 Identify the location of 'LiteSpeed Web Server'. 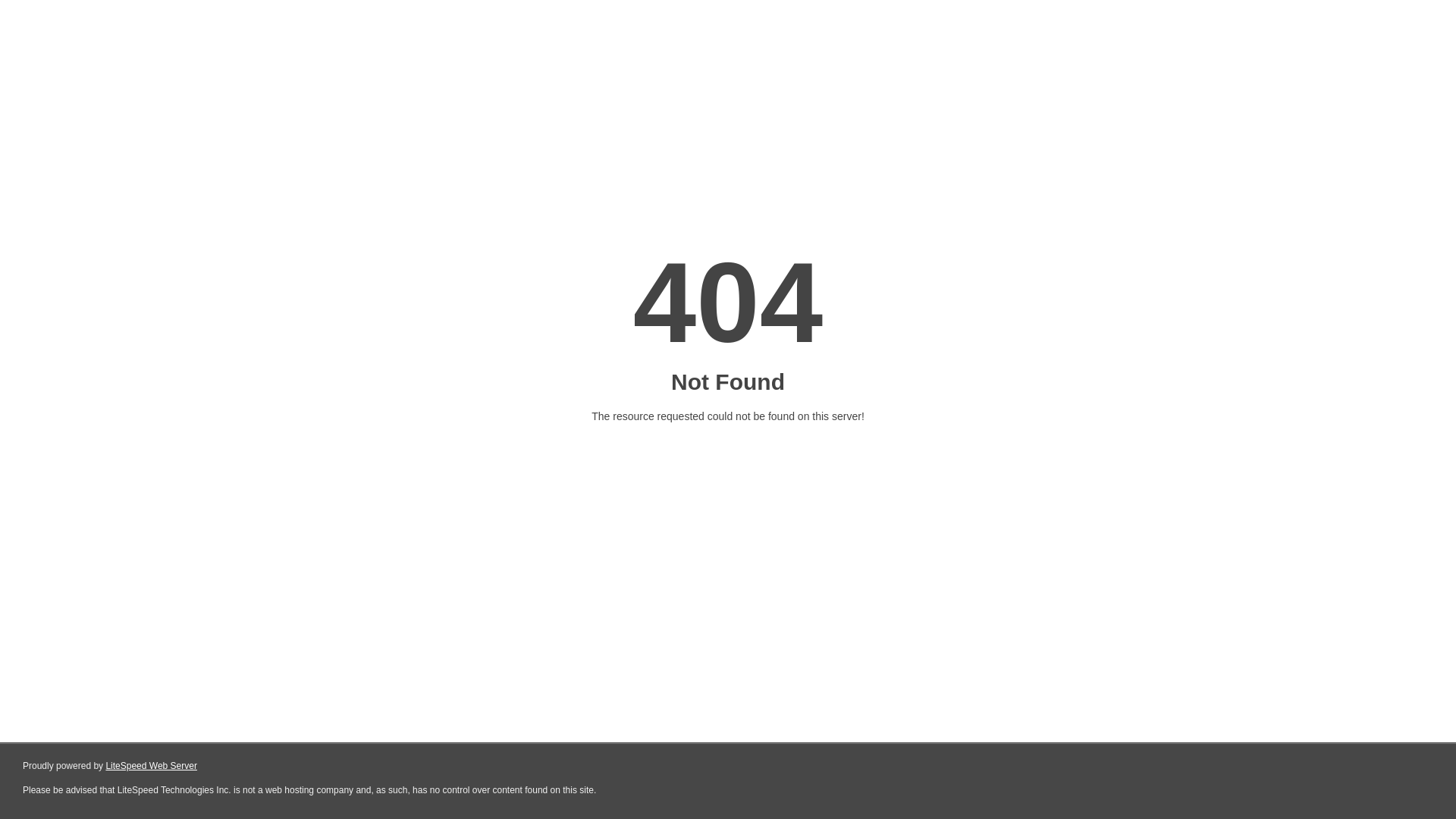
(151, 766).